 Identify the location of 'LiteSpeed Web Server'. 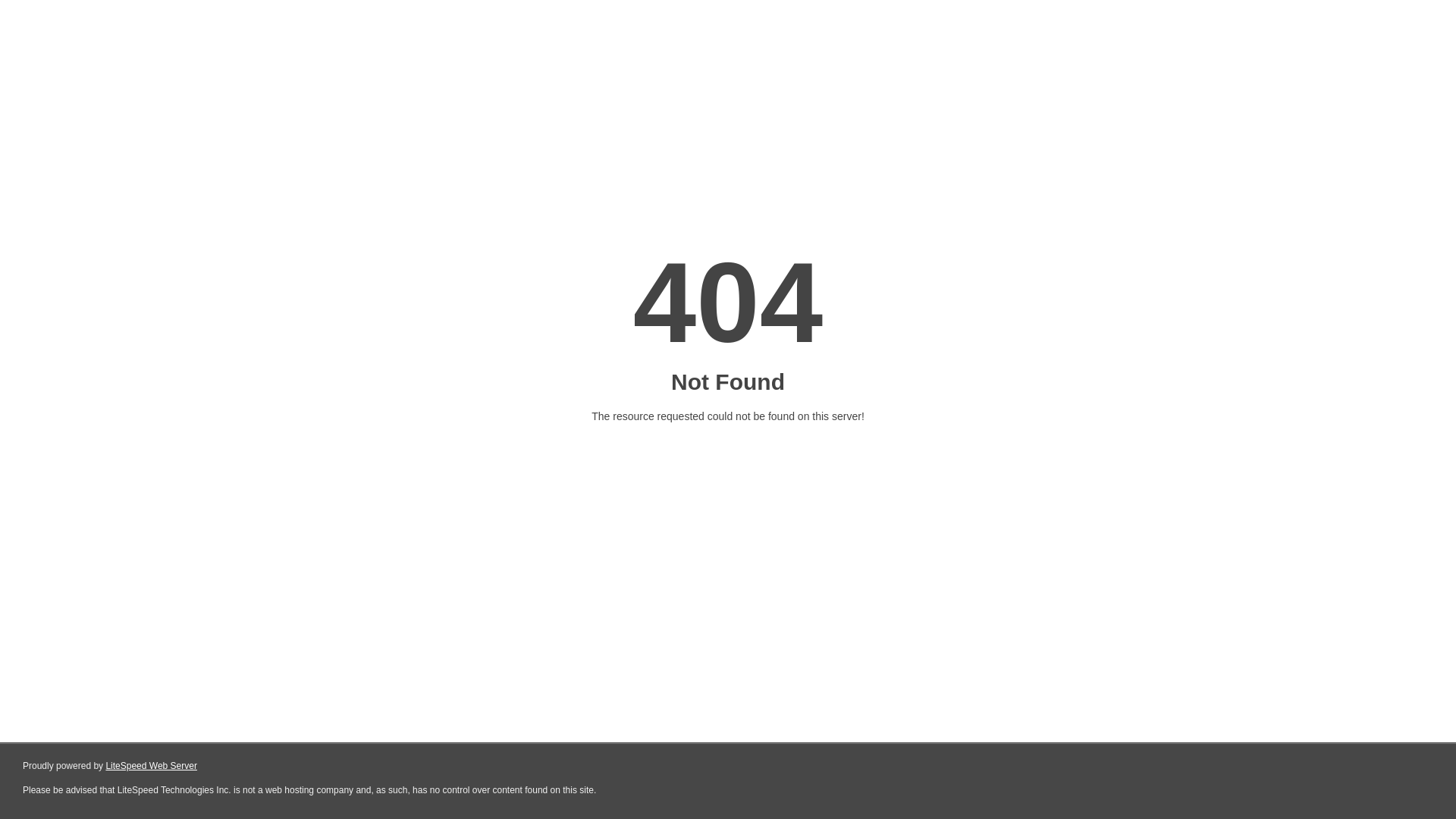
(151, 766).